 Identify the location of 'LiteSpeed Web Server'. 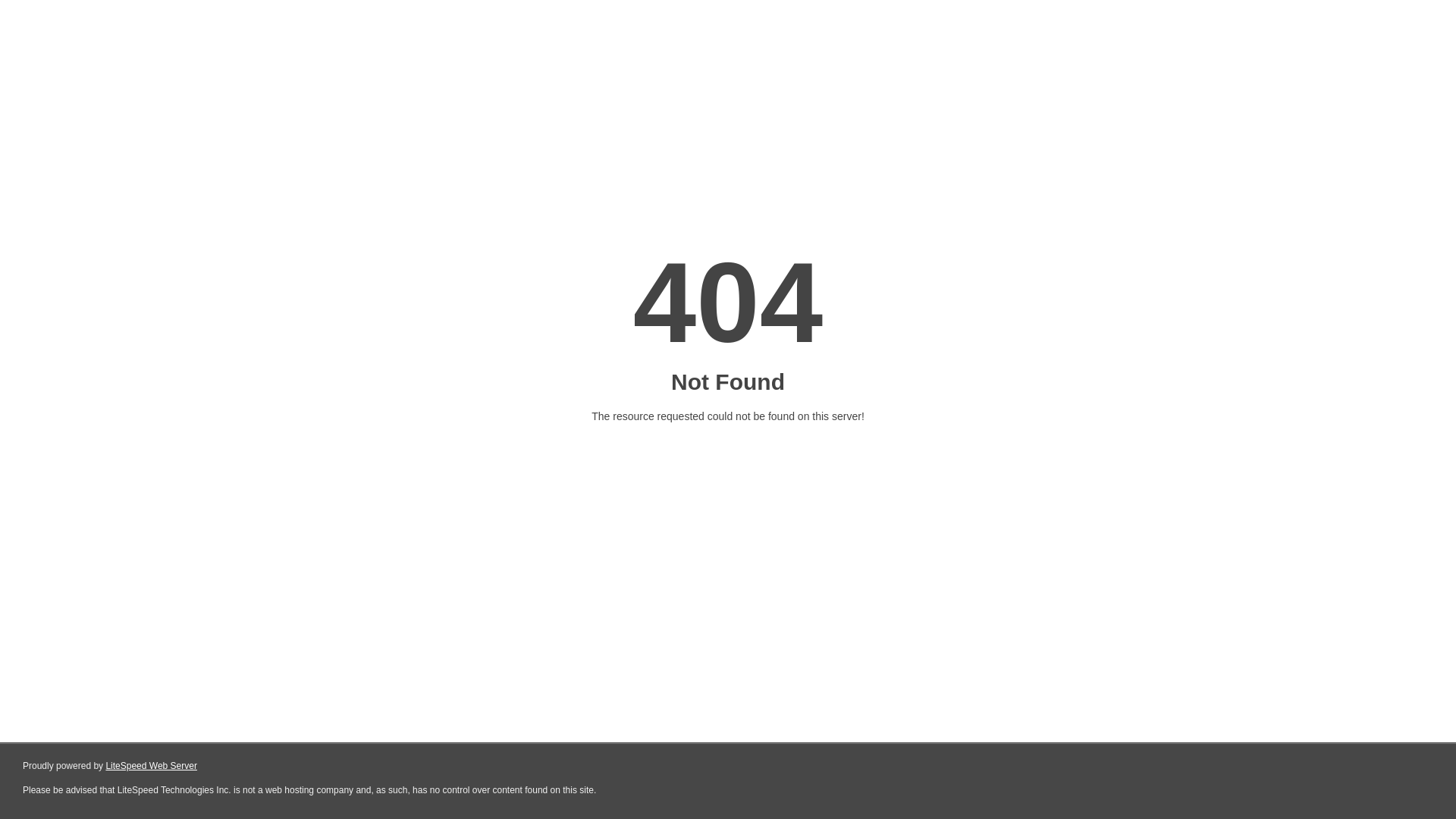
(151, 766).